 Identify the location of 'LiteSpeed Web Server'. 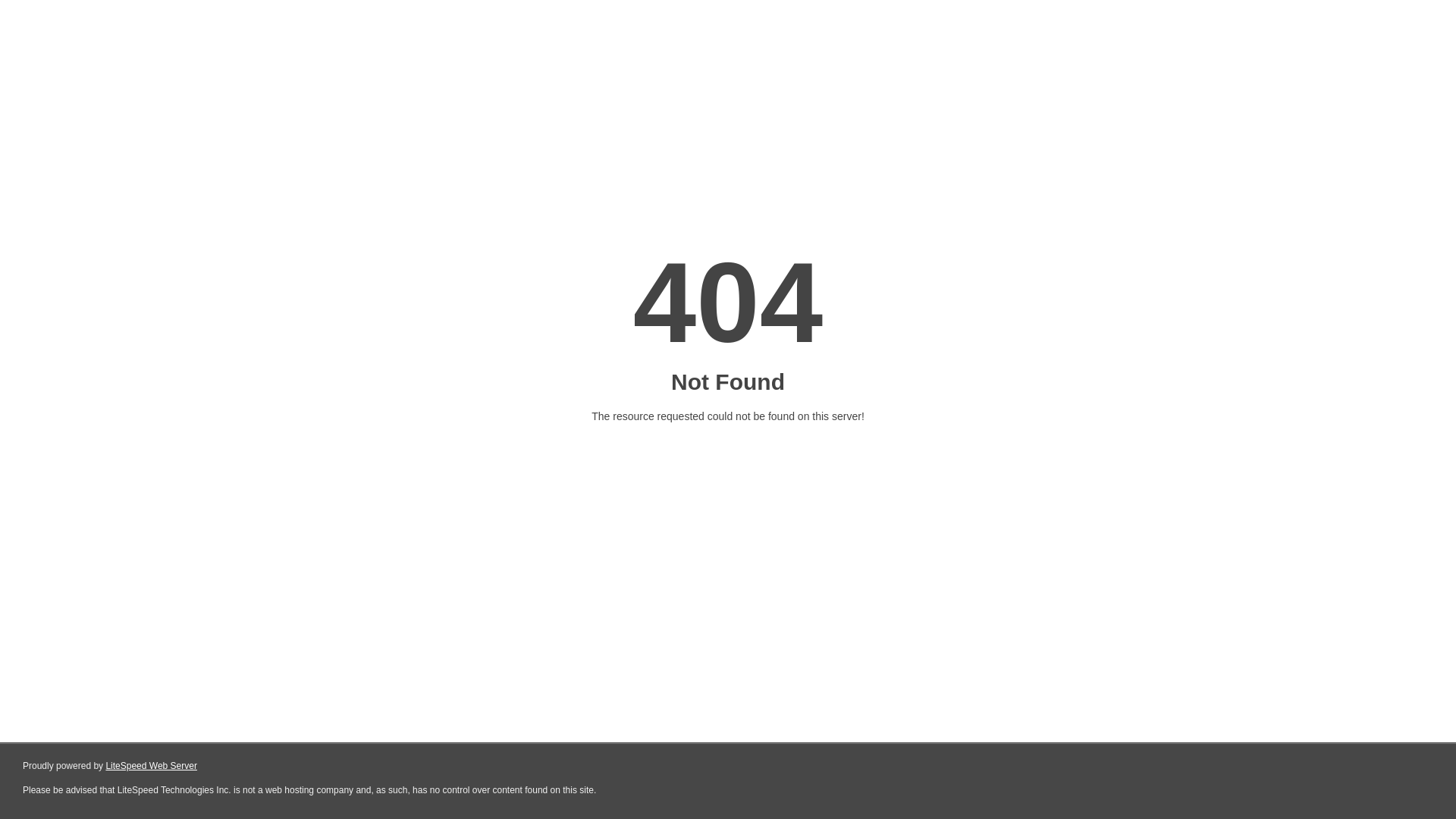
(151, 766).